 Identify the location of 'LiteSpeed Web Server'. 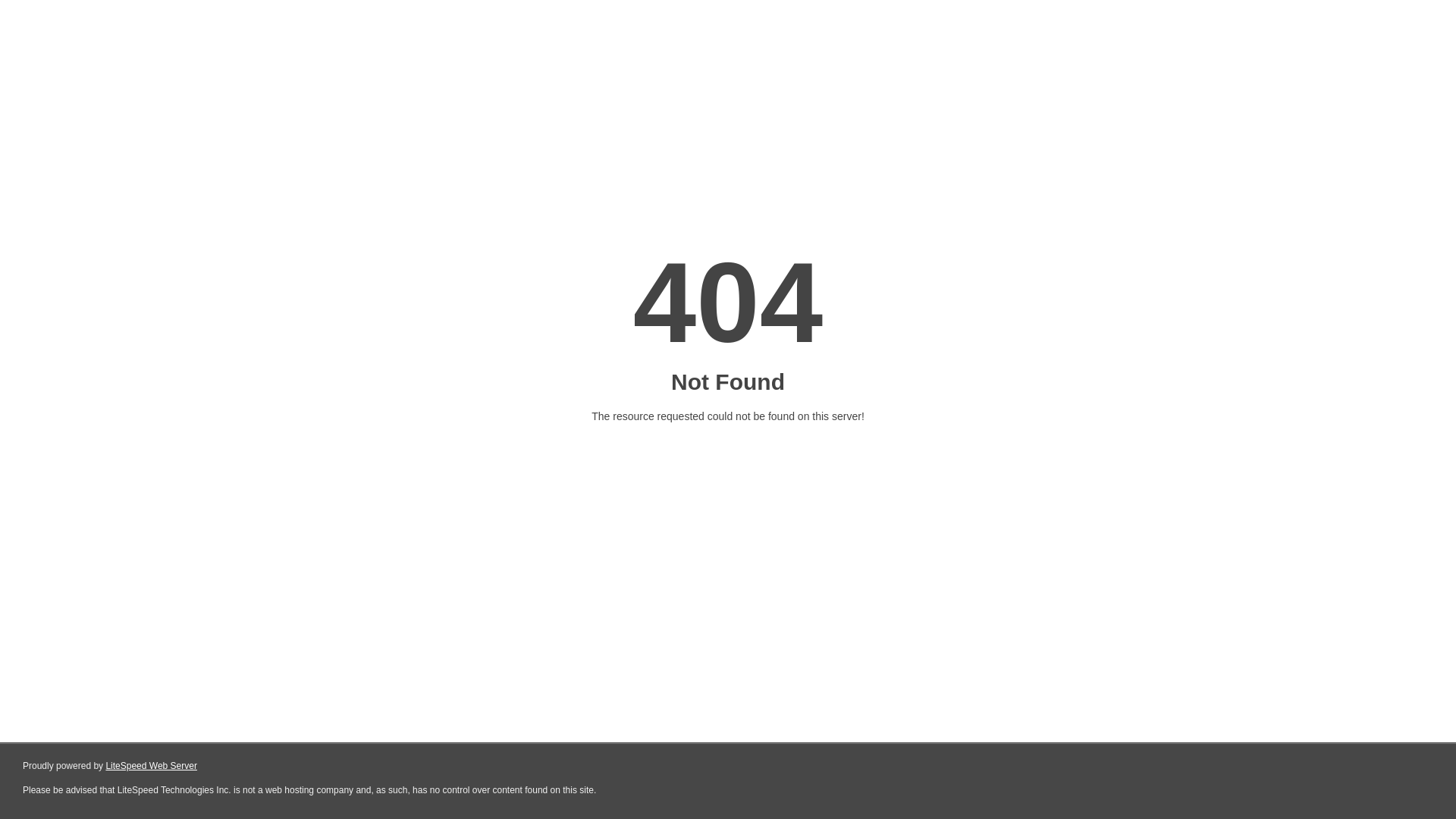
(151, 766).